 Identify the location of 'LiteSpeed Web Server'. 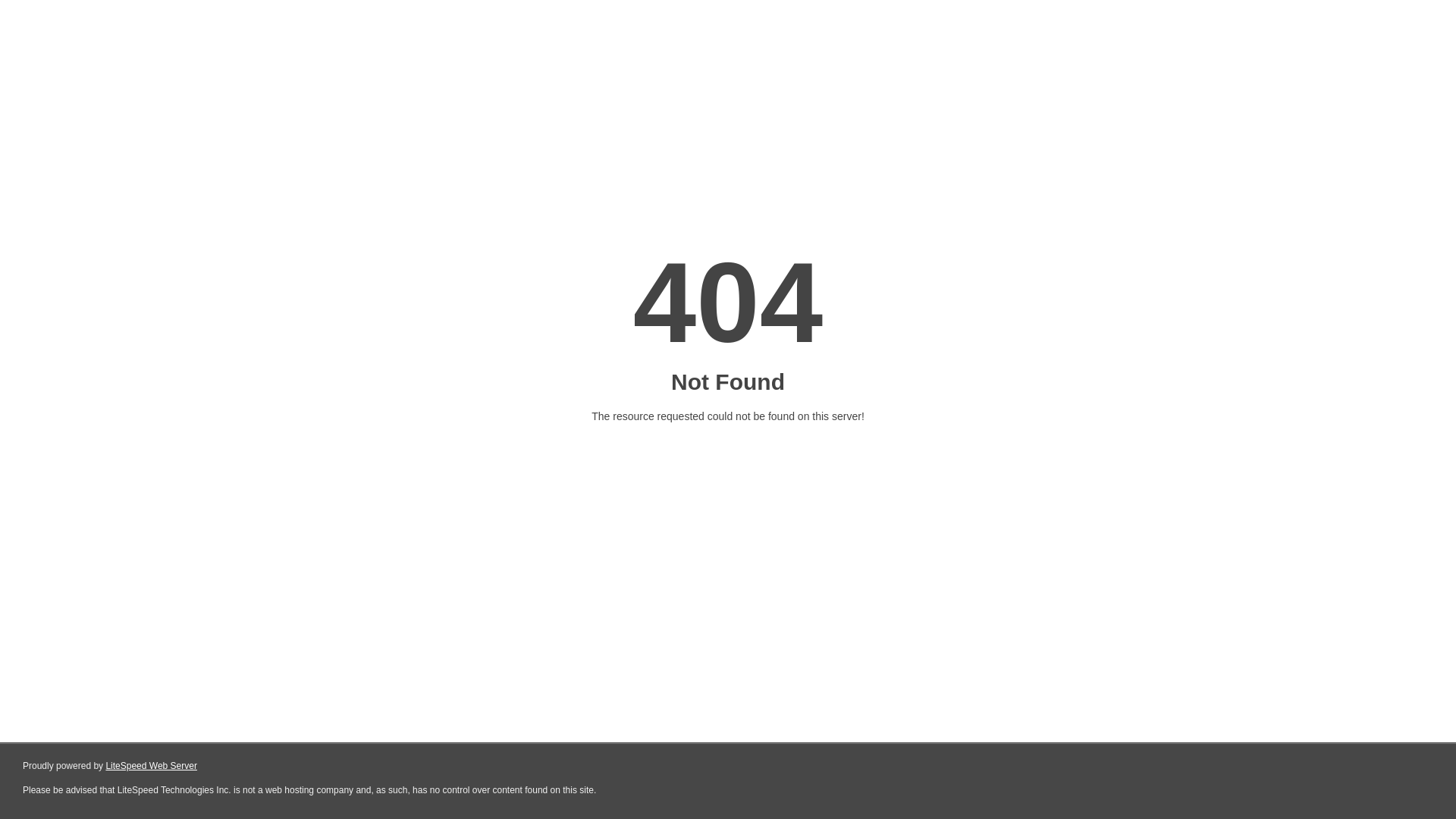
(151, 766).